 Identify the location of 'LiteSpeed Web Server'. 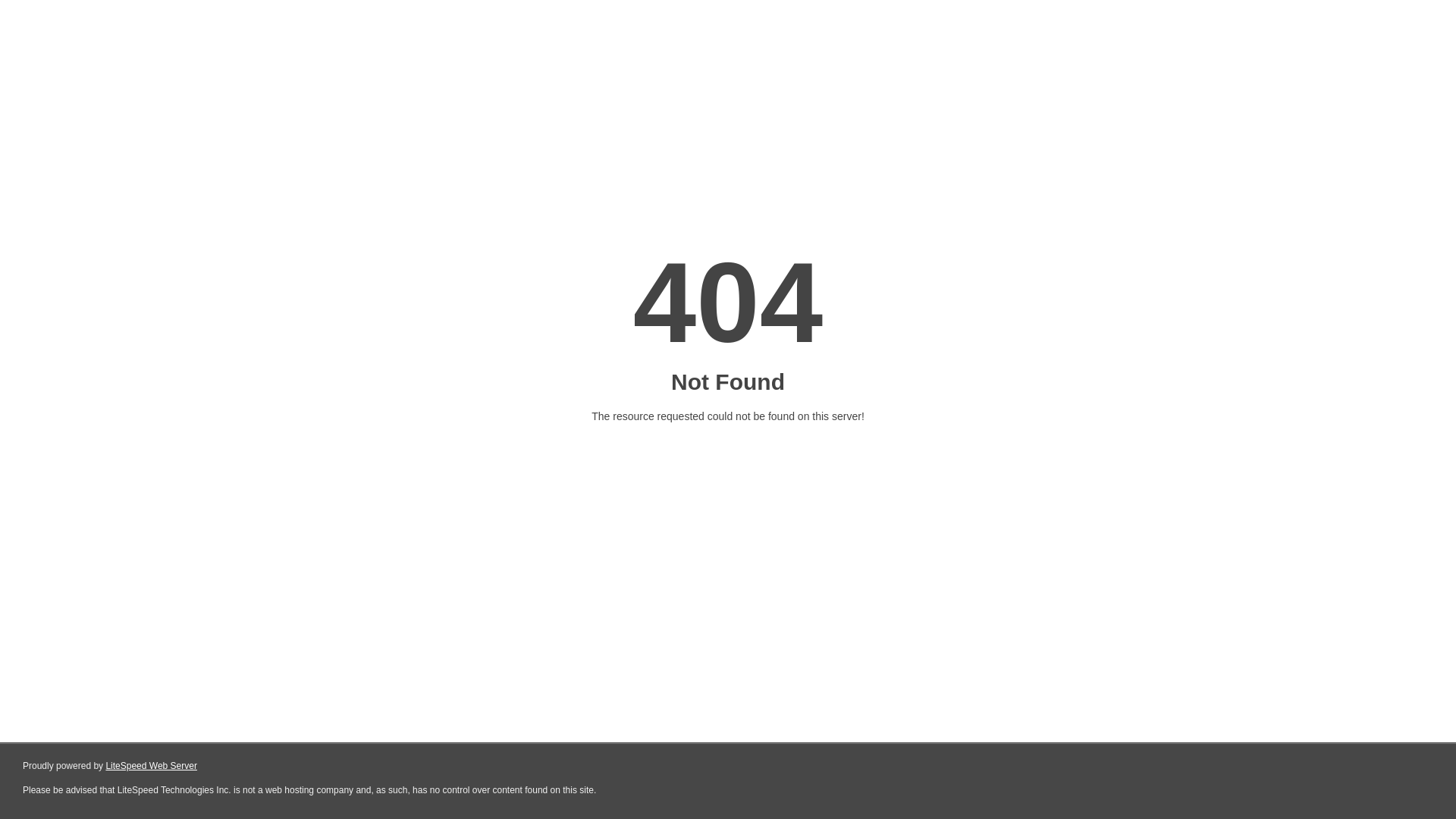
(151, 766).